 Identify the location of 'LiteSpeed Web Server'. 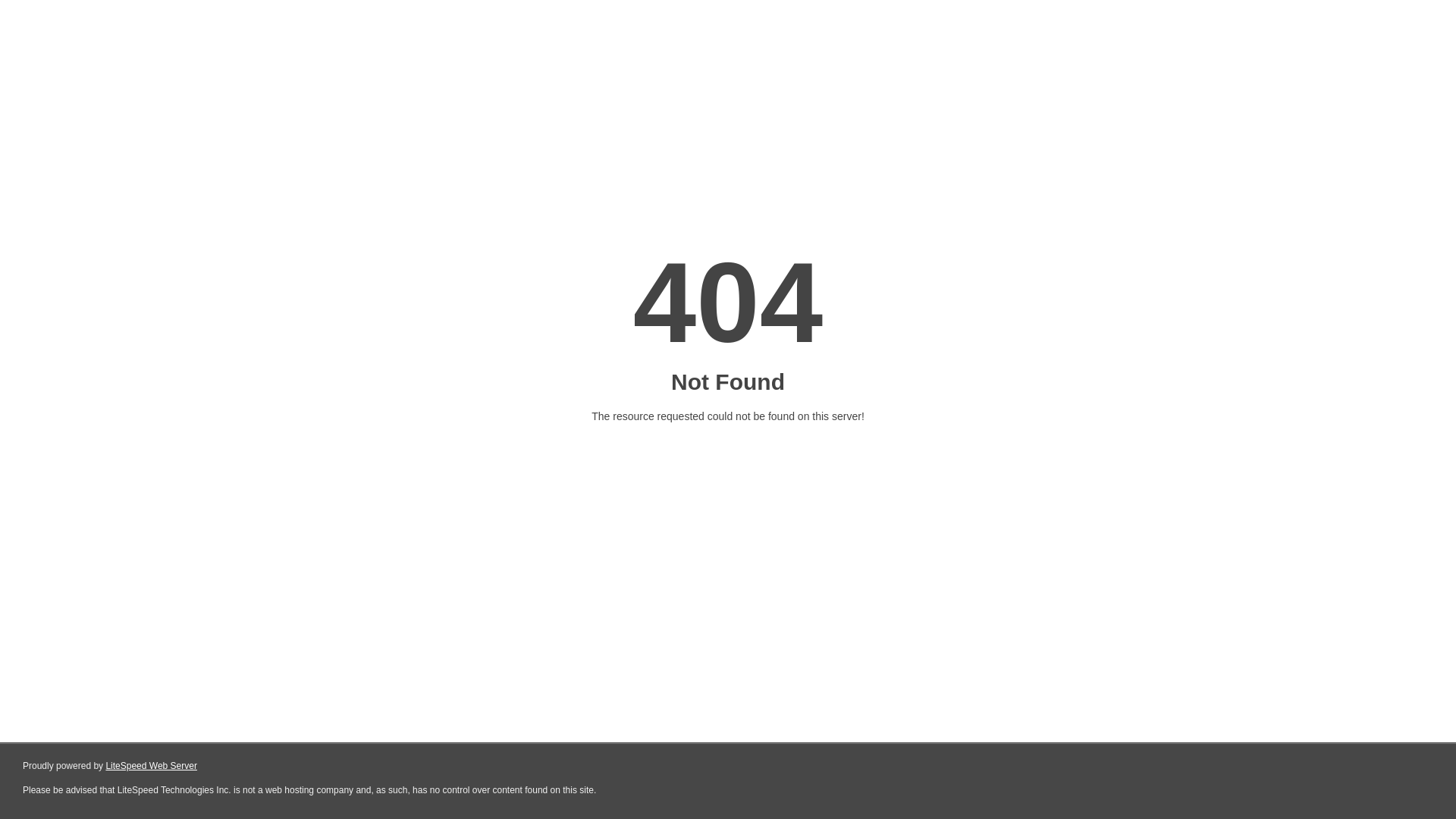
(151, 766).